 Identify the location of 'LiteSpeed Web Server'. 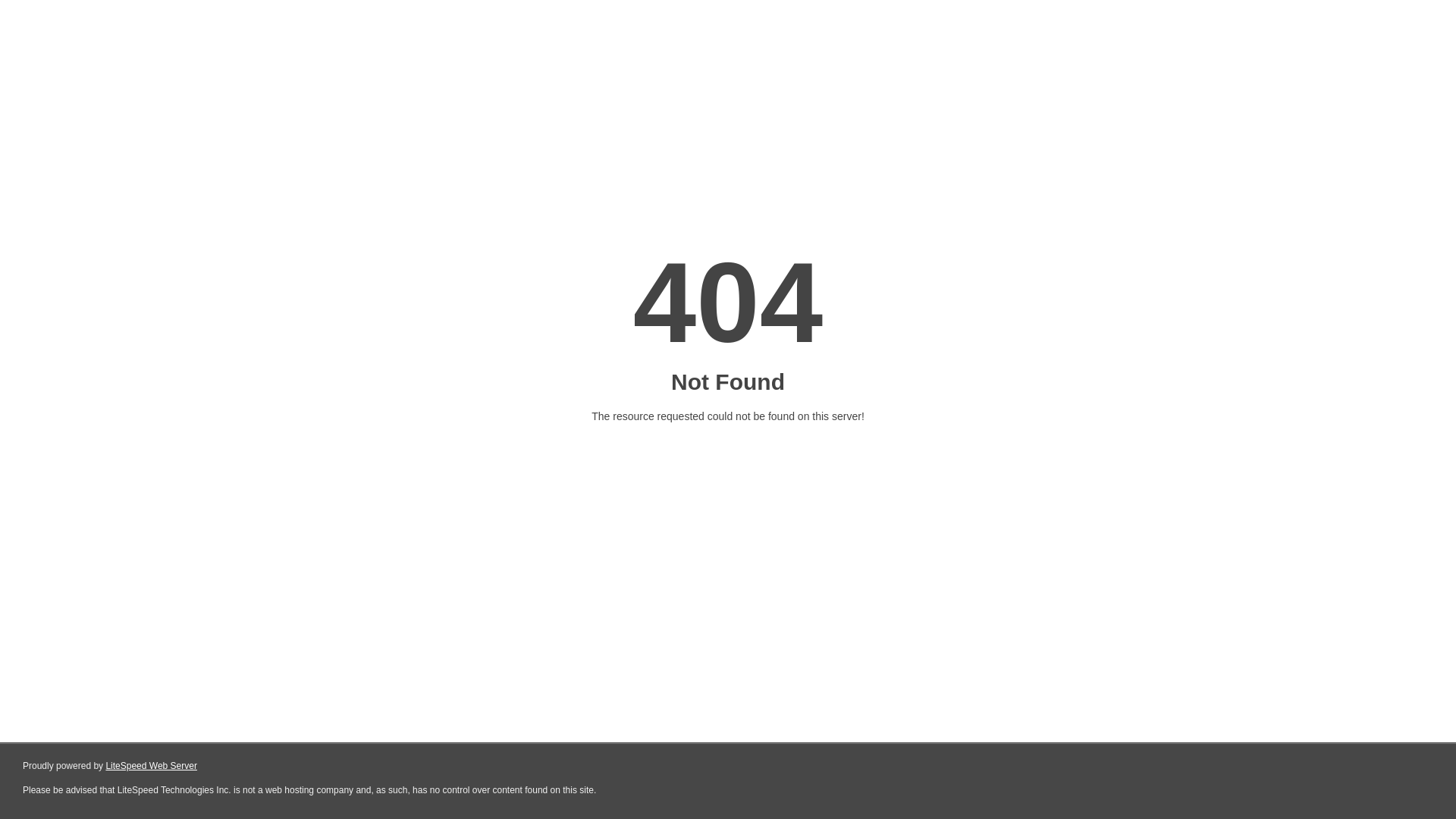
(151, 766).